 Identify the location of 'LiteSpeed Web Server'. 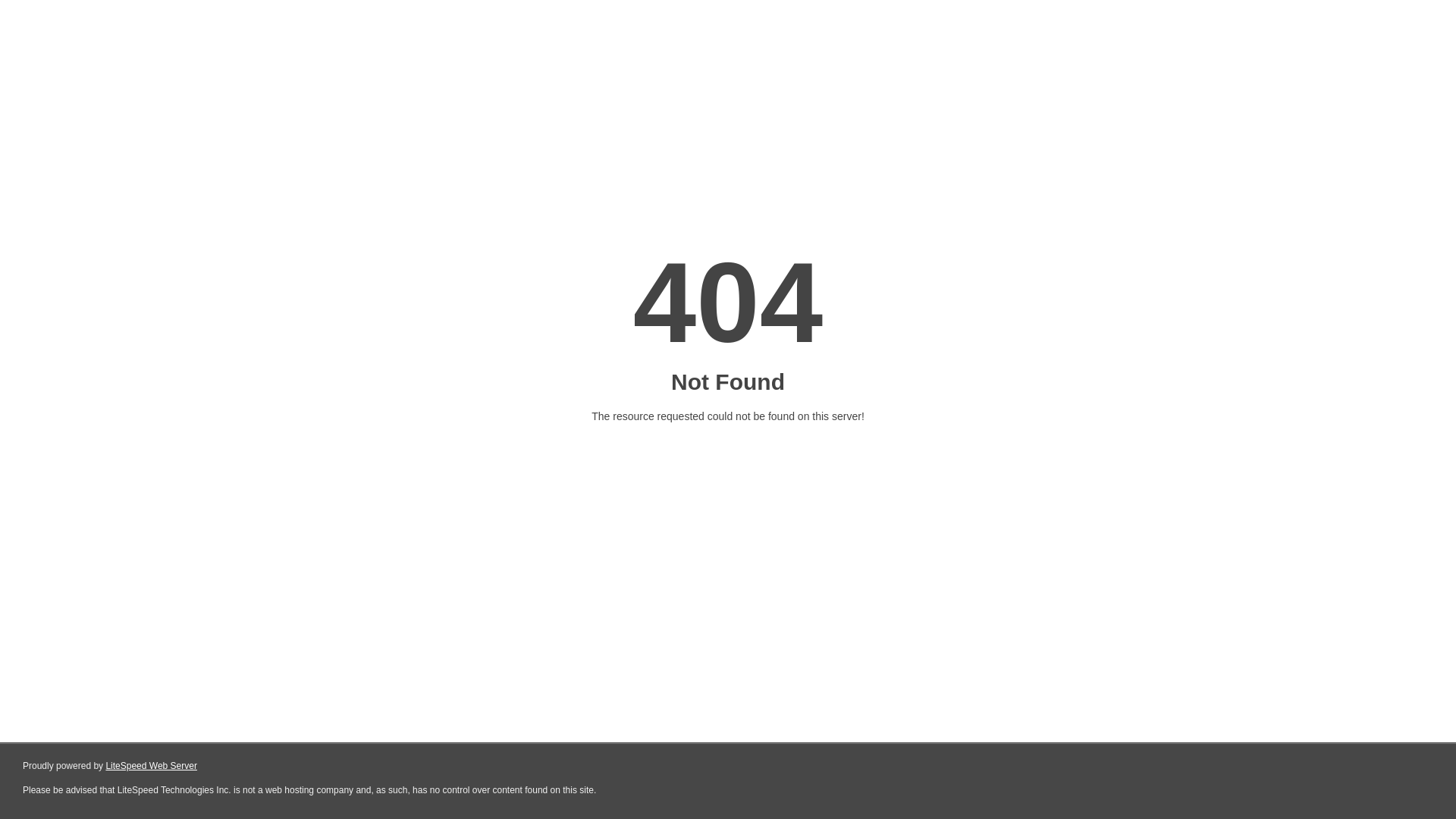
(151, 766).